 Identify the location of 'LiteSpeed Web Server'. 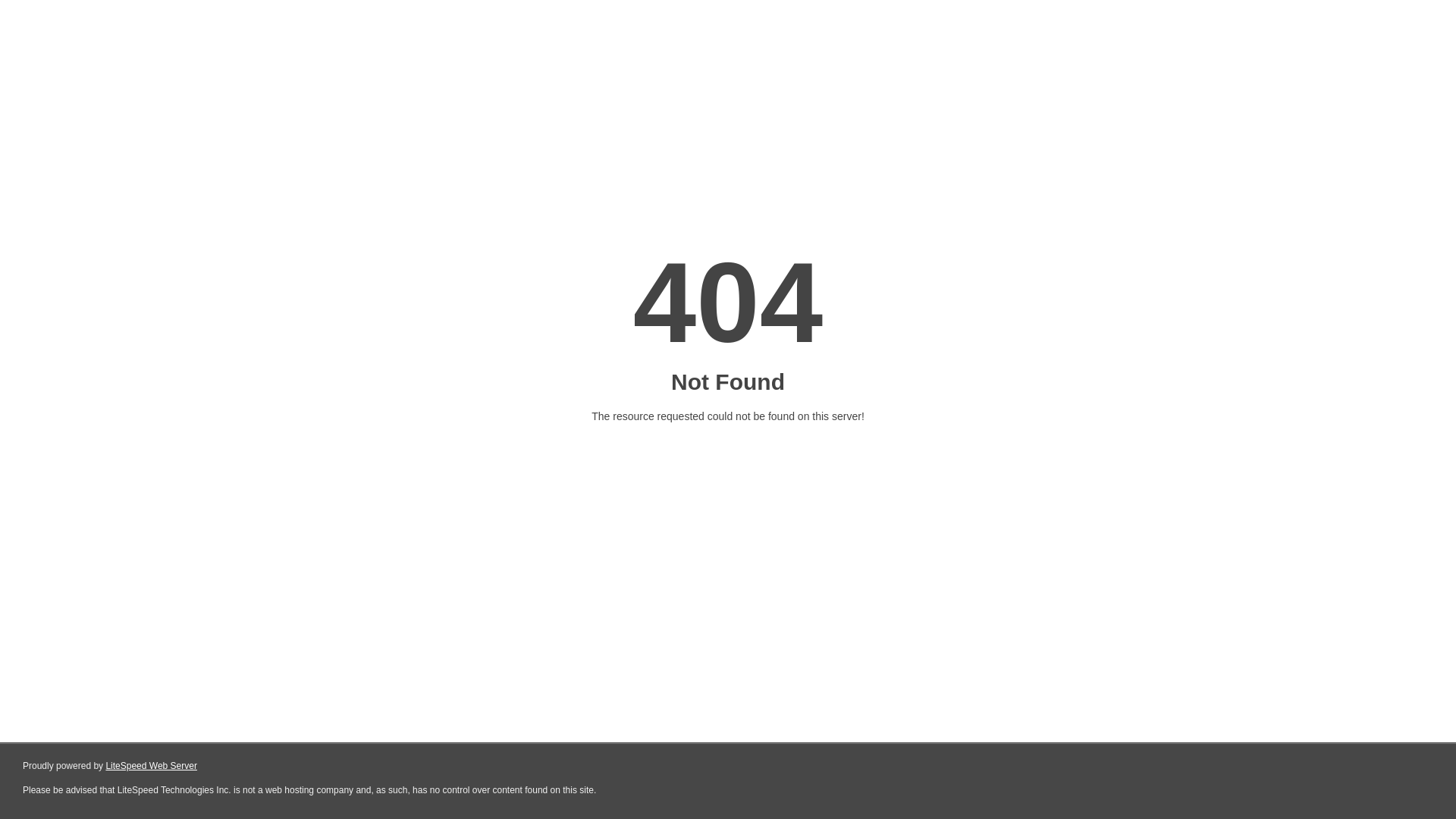
(151, 766).